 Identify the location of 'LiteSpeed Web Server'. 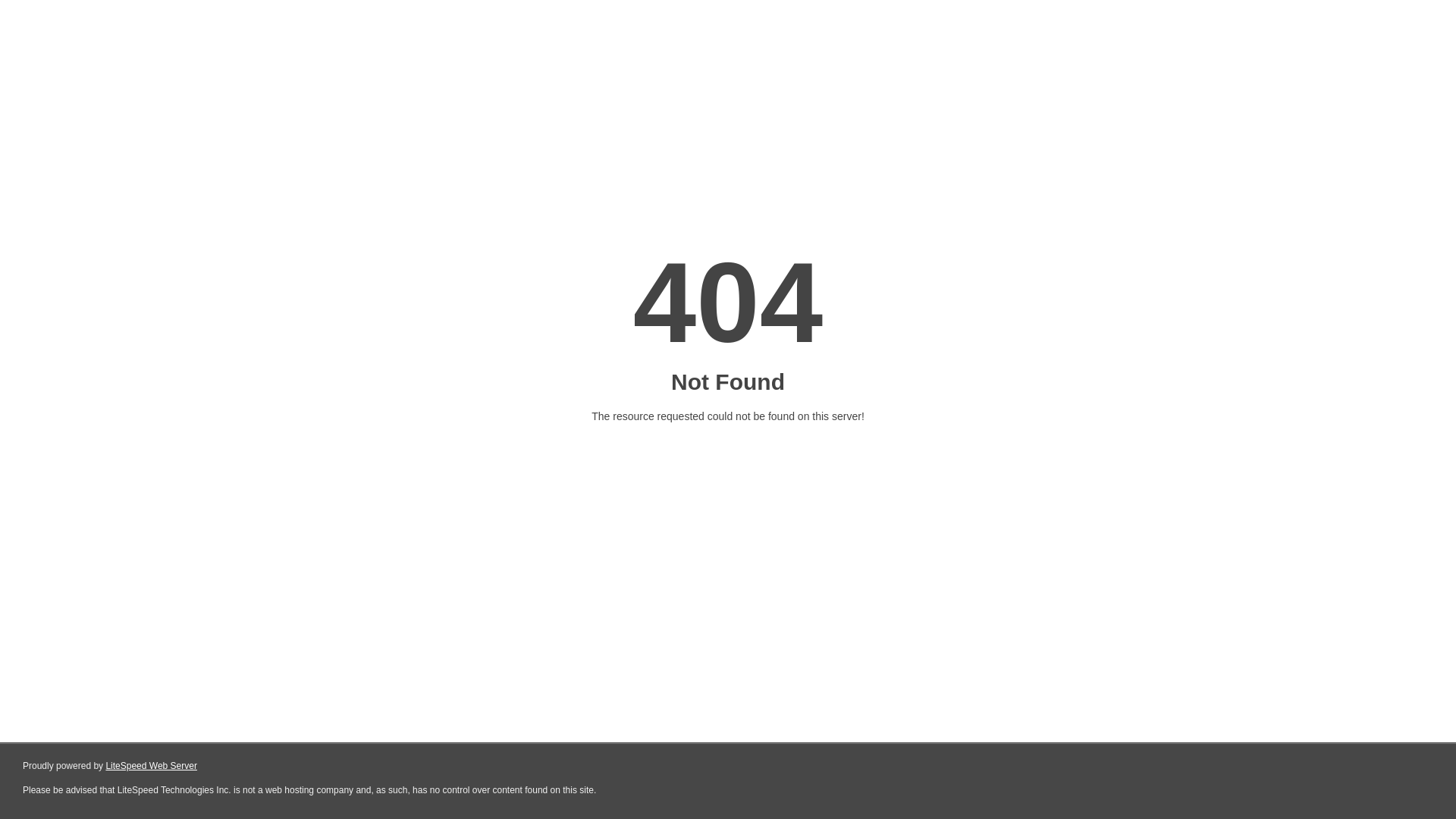
(151, 766).